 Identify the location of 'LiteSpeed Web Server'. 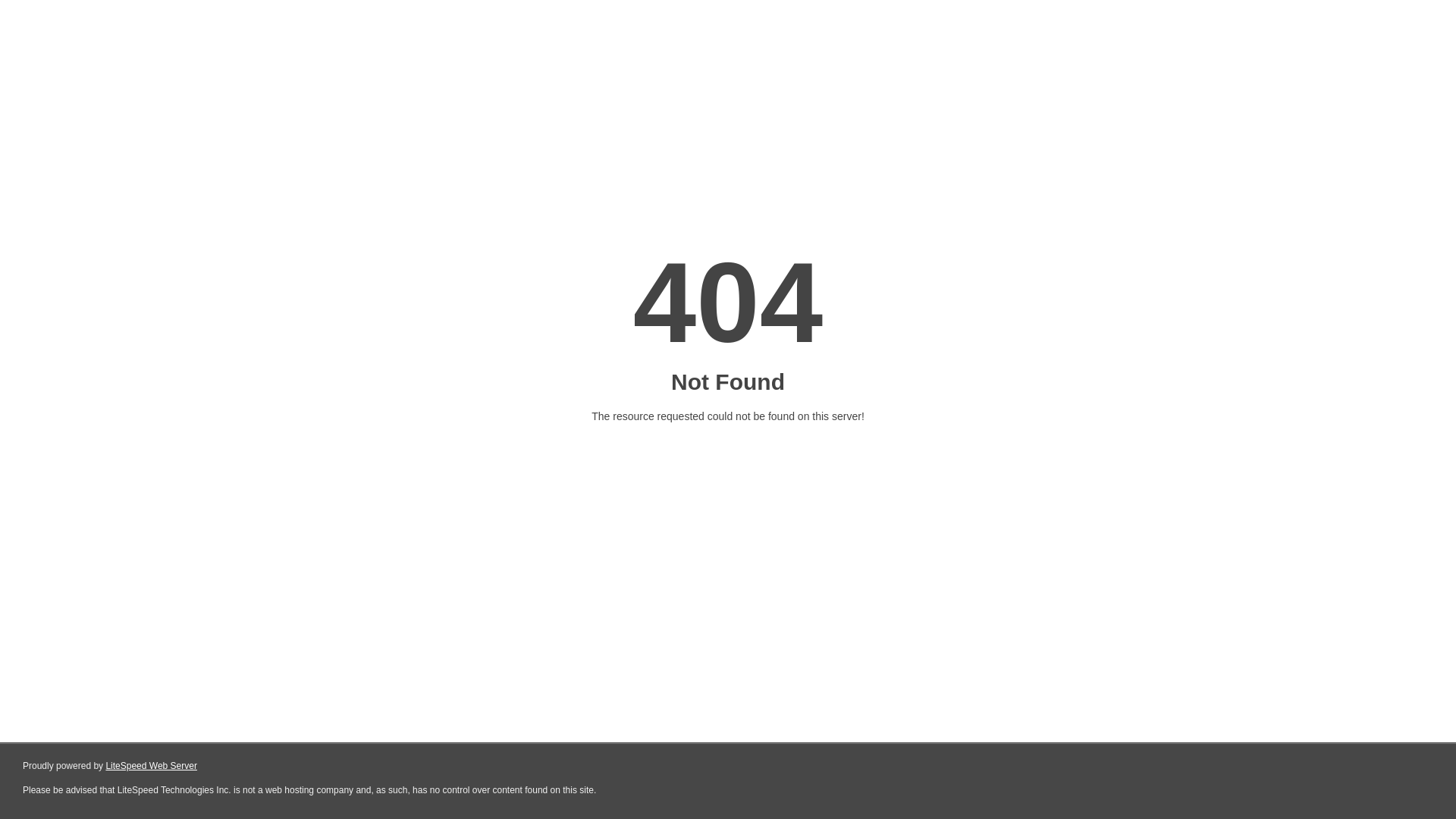
(151, 766).